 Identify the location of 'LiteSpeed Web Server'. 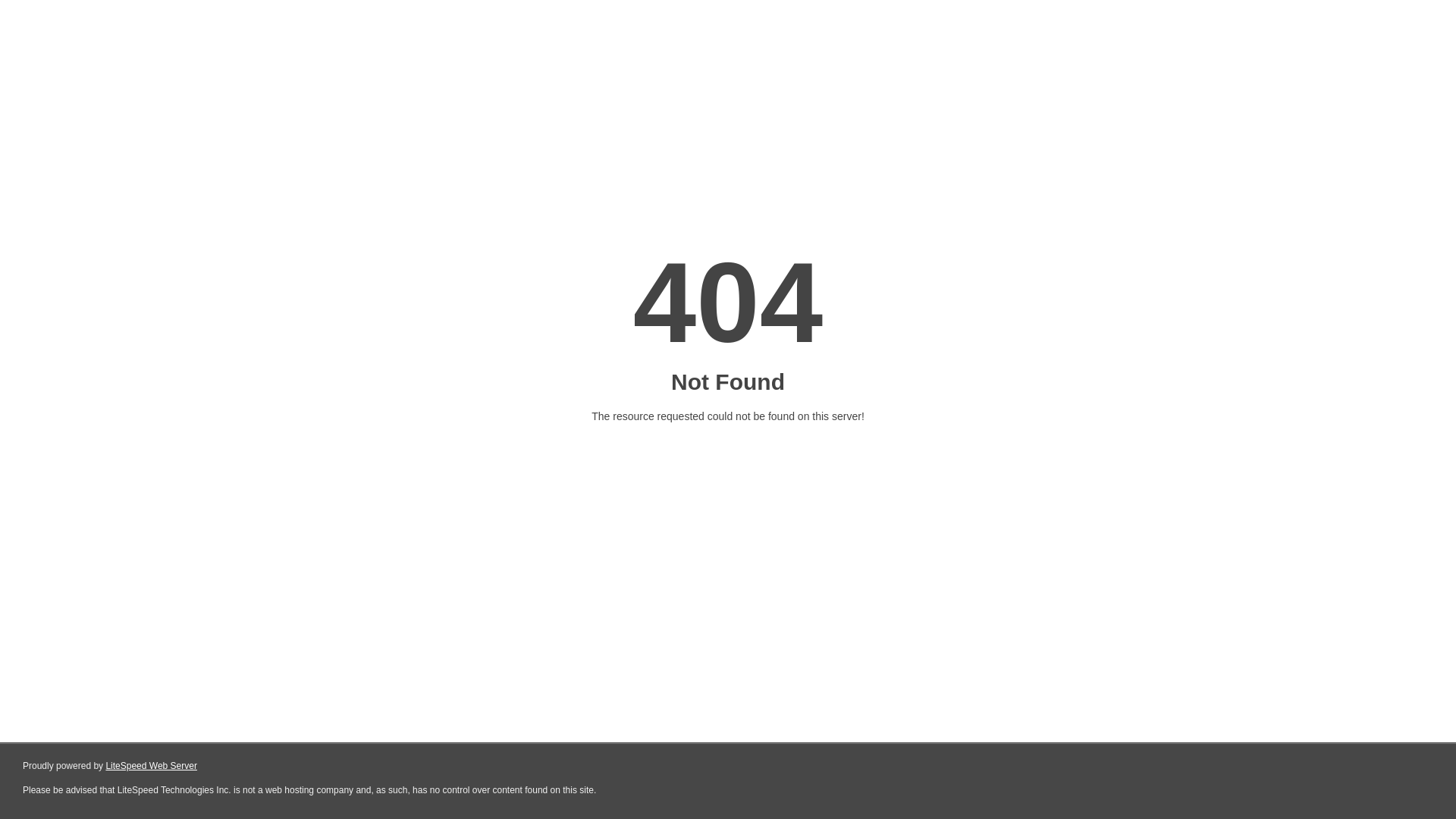
(151, 766).